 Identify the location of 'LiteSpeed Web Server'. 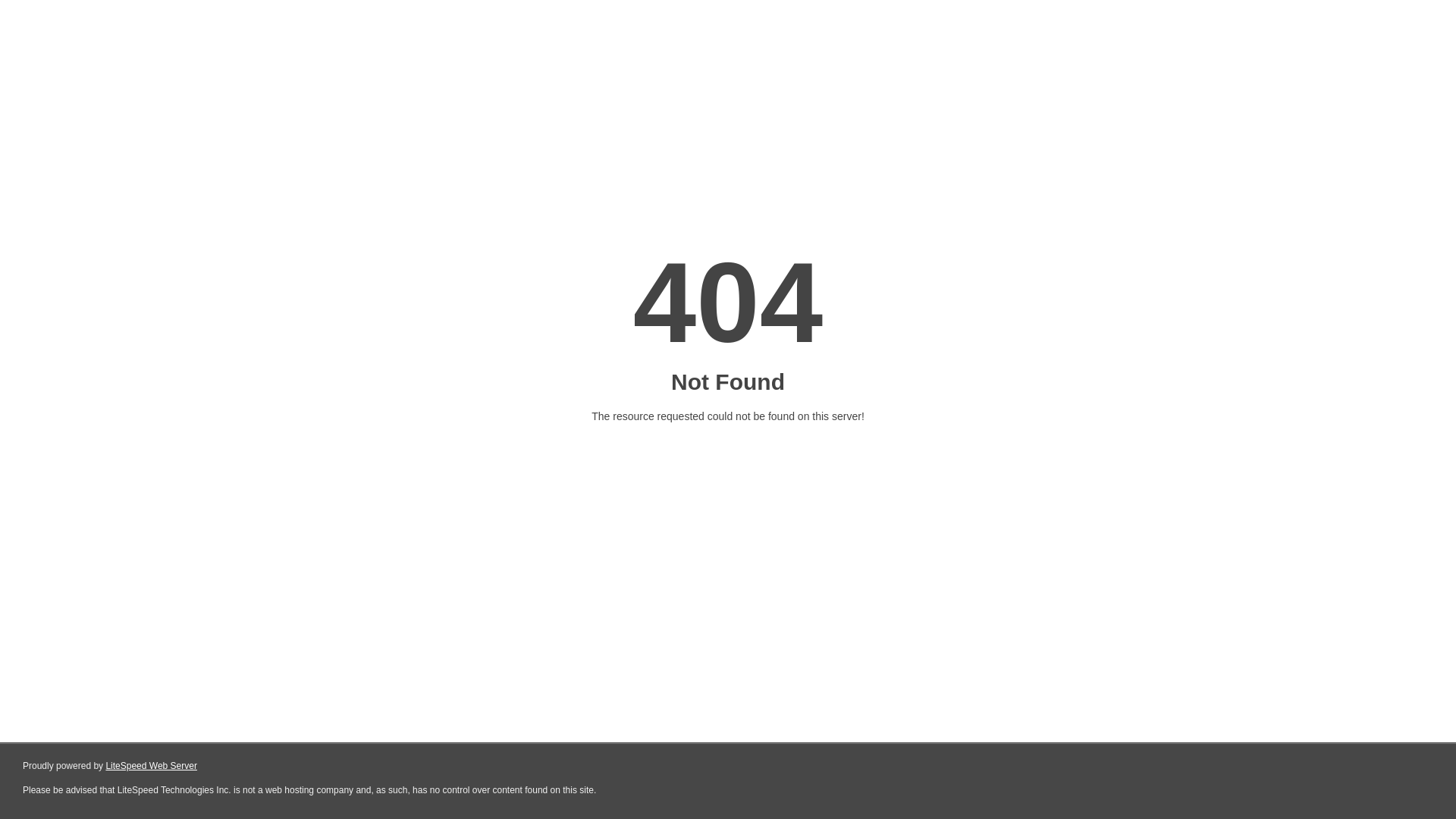
(151, 766).